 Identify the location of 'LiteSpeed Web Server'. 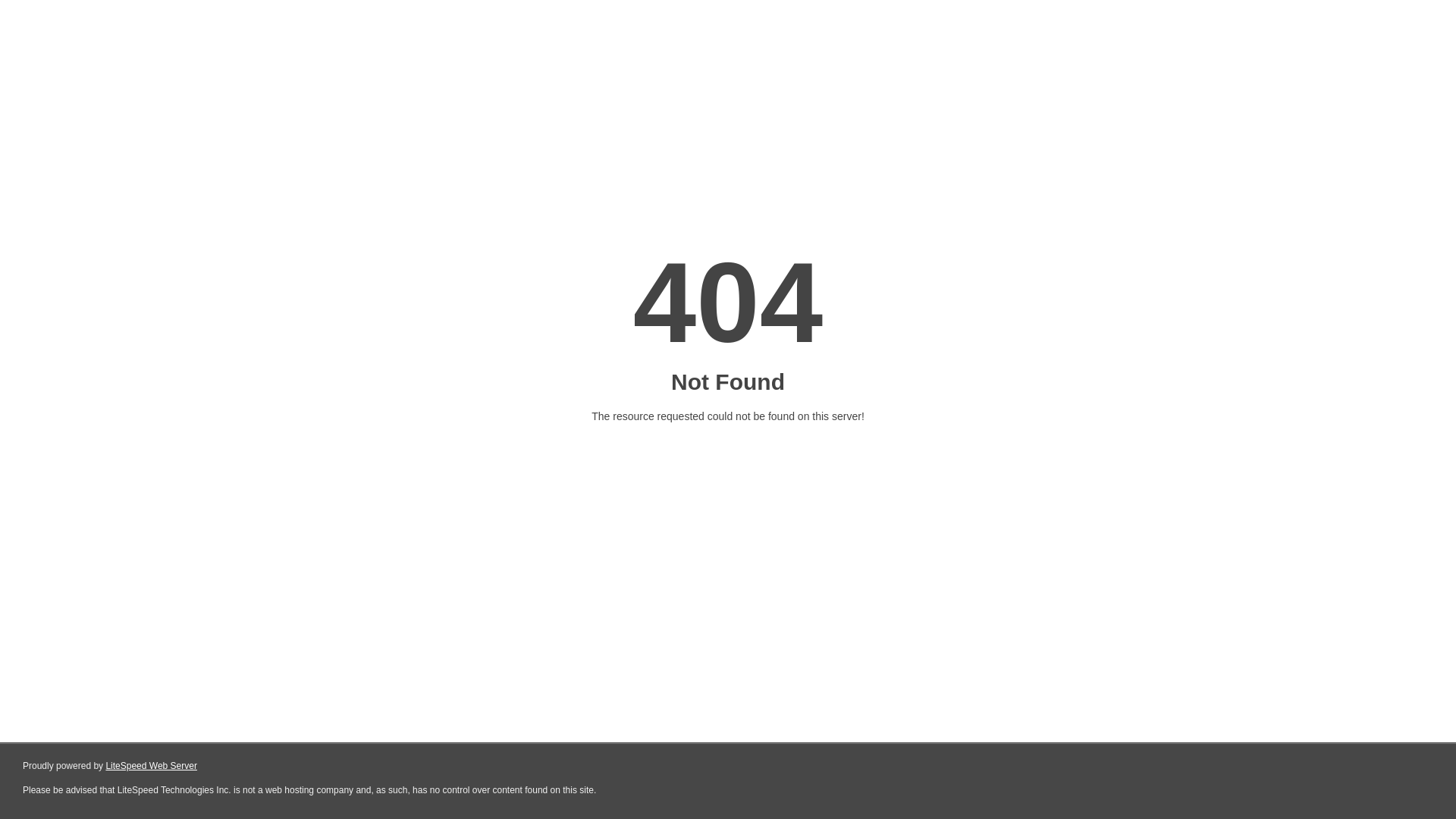
(151, 766).